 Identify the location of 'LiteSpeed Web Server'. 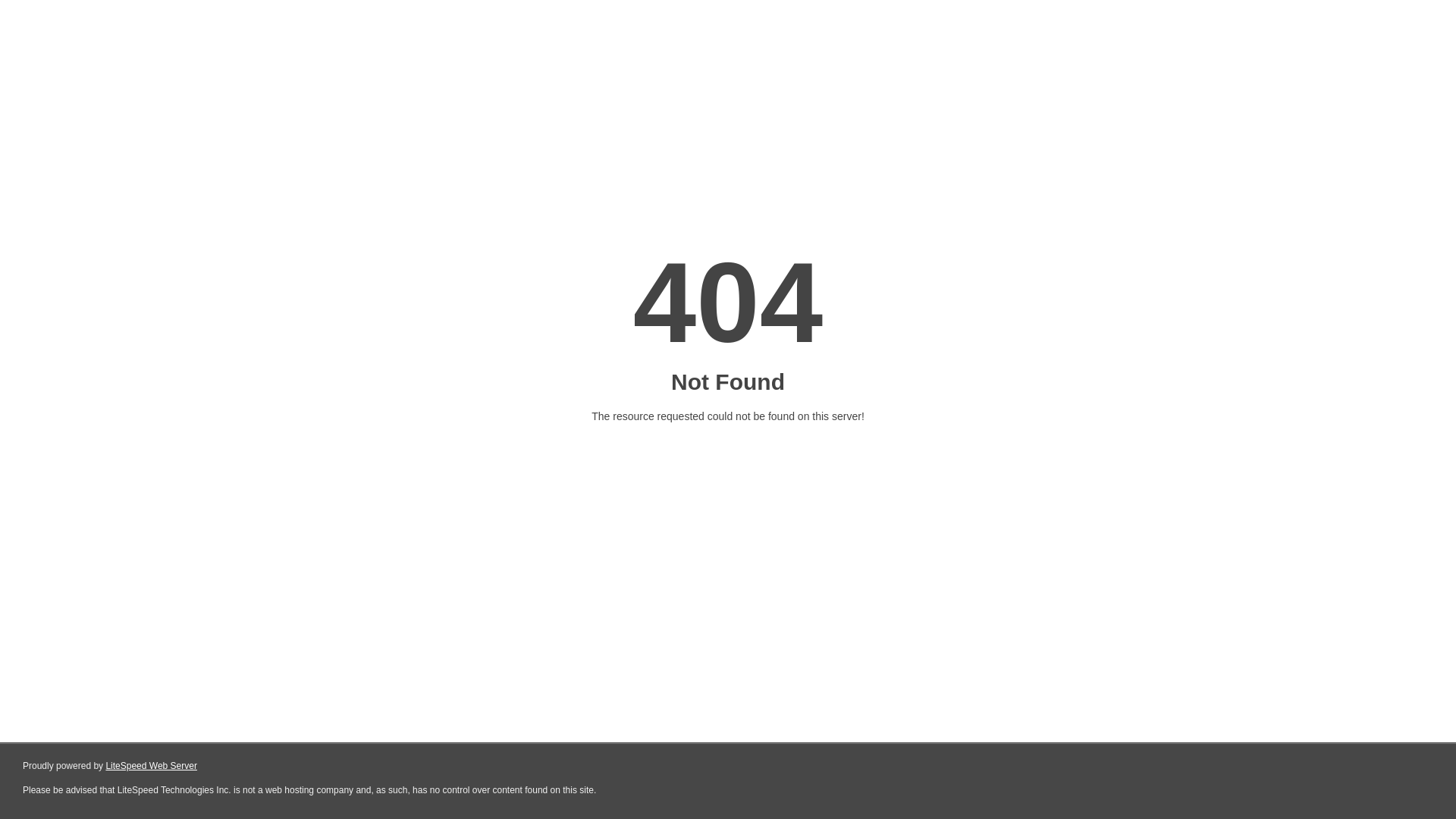
(151, 766).